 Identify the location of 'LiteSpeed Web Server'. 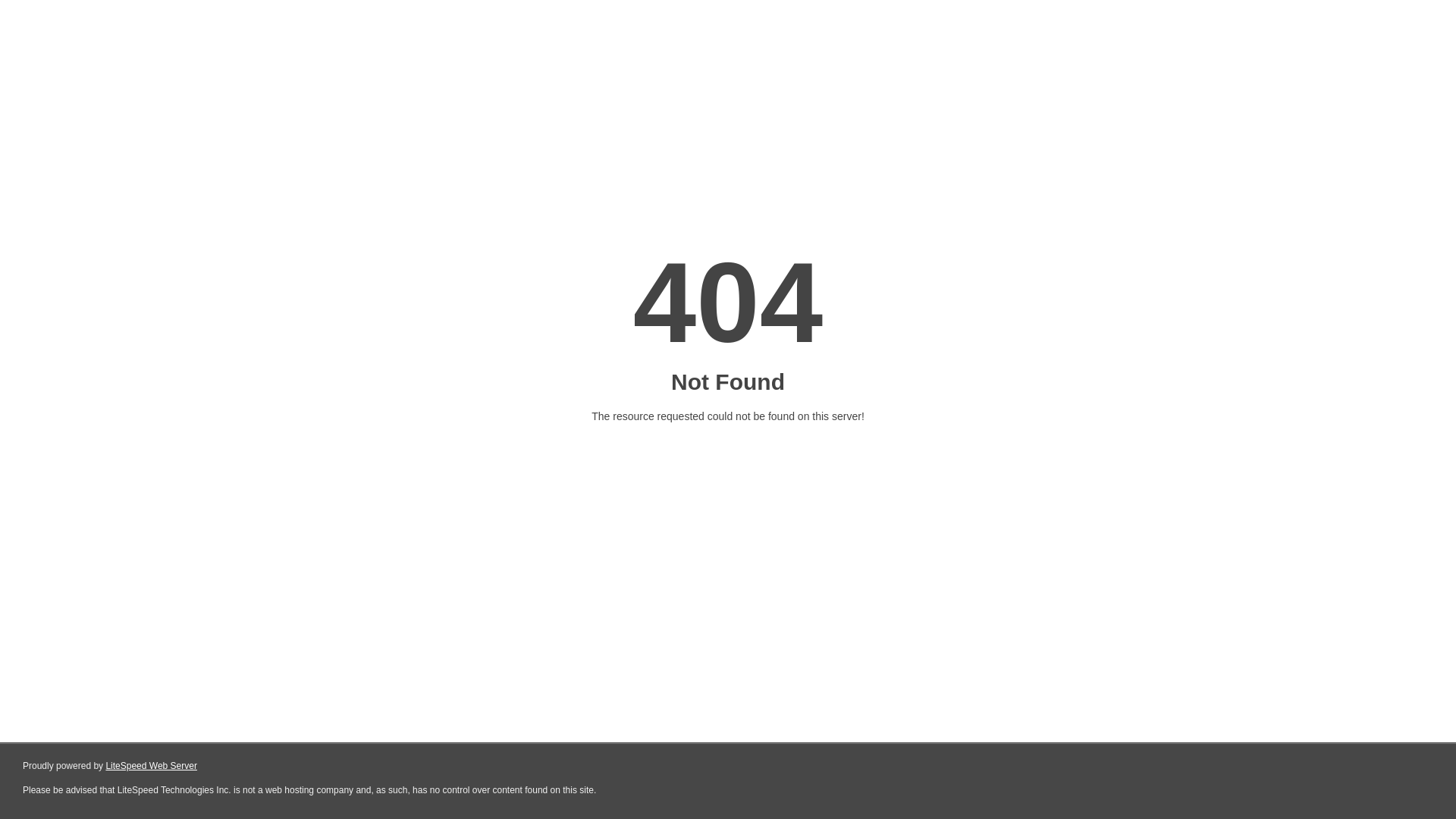
(151, 766).